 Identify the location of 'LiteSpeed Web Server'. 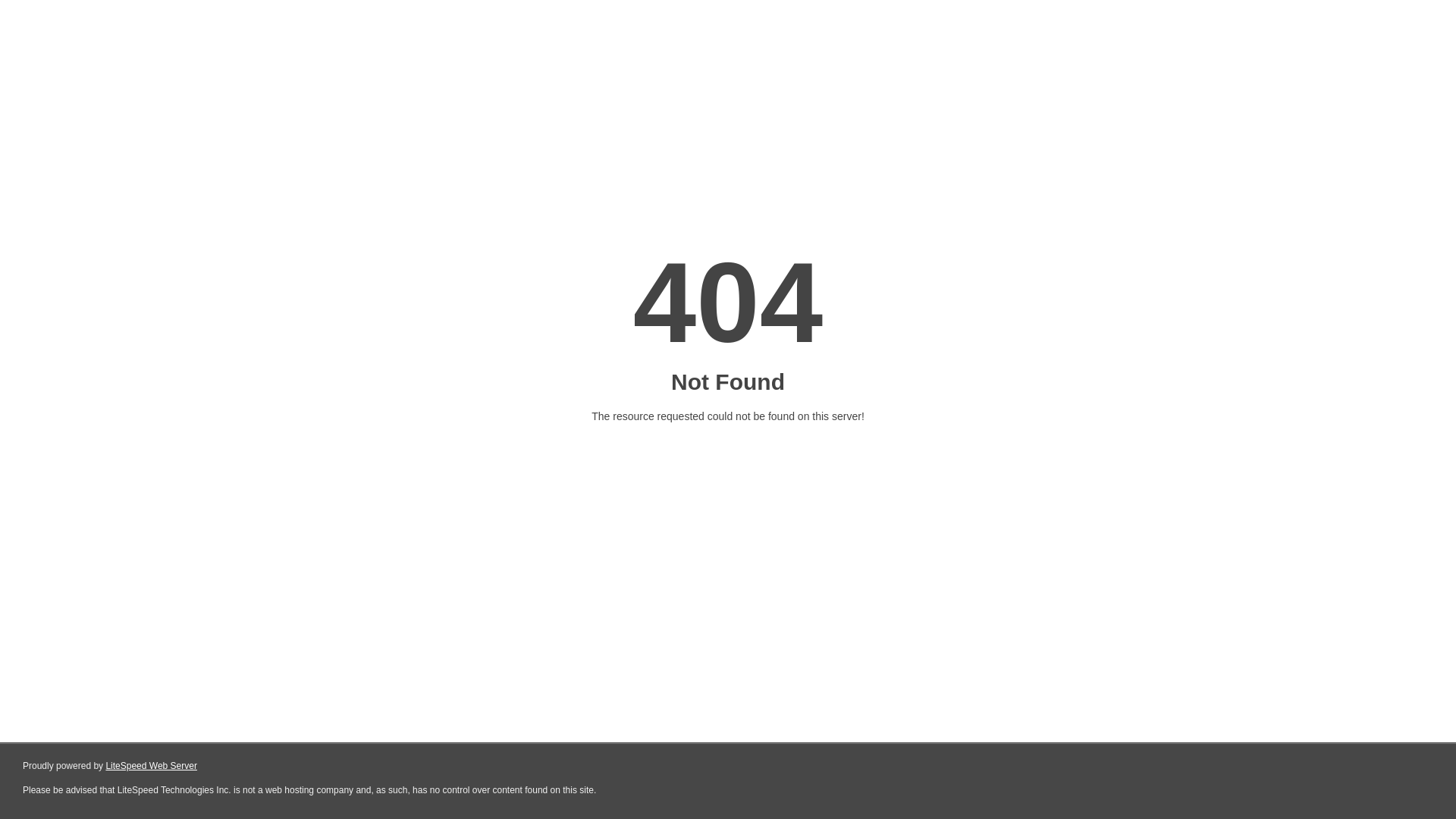
(151, 766).